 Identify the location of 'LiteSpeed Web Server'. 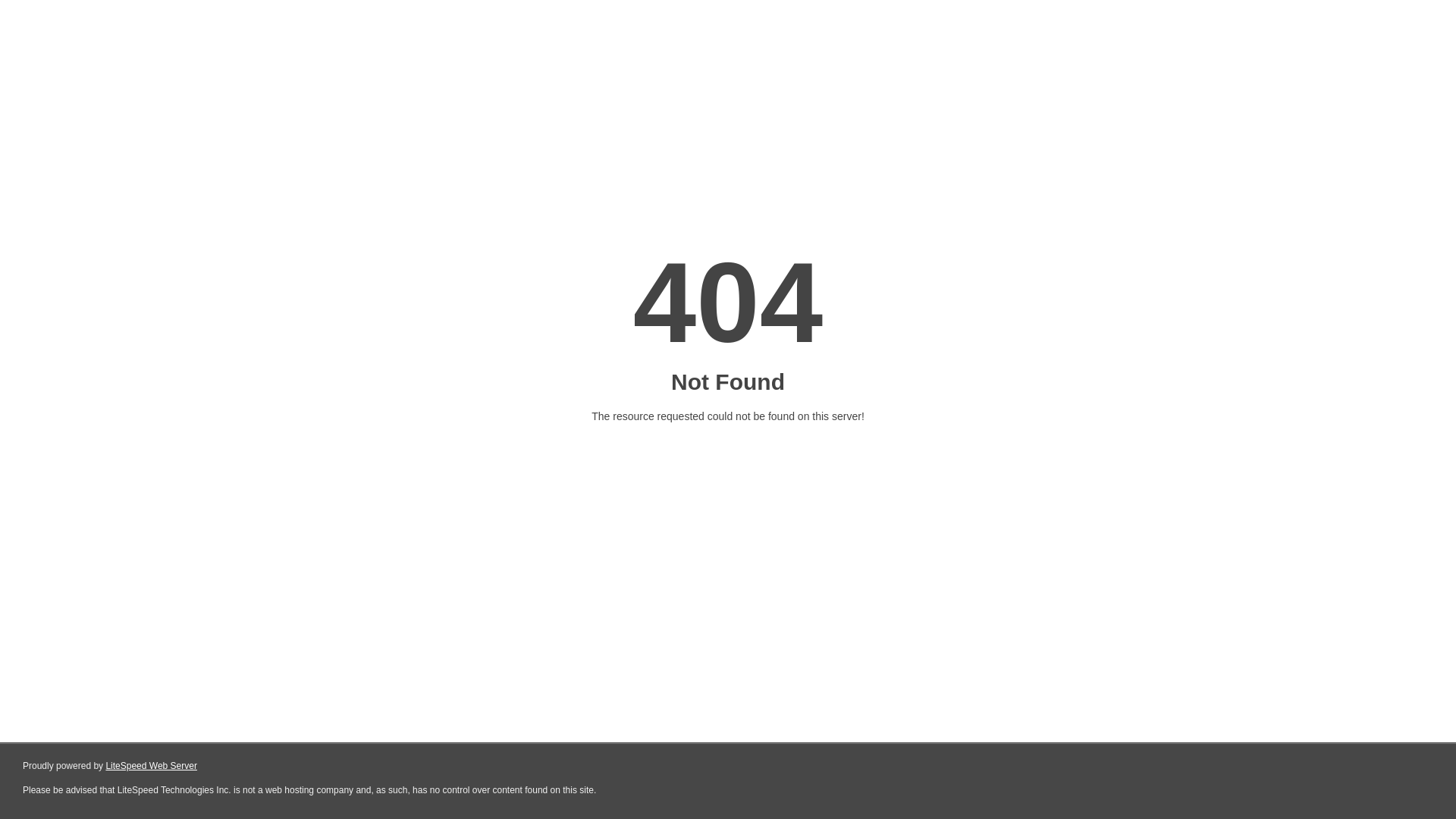
(151, 766).